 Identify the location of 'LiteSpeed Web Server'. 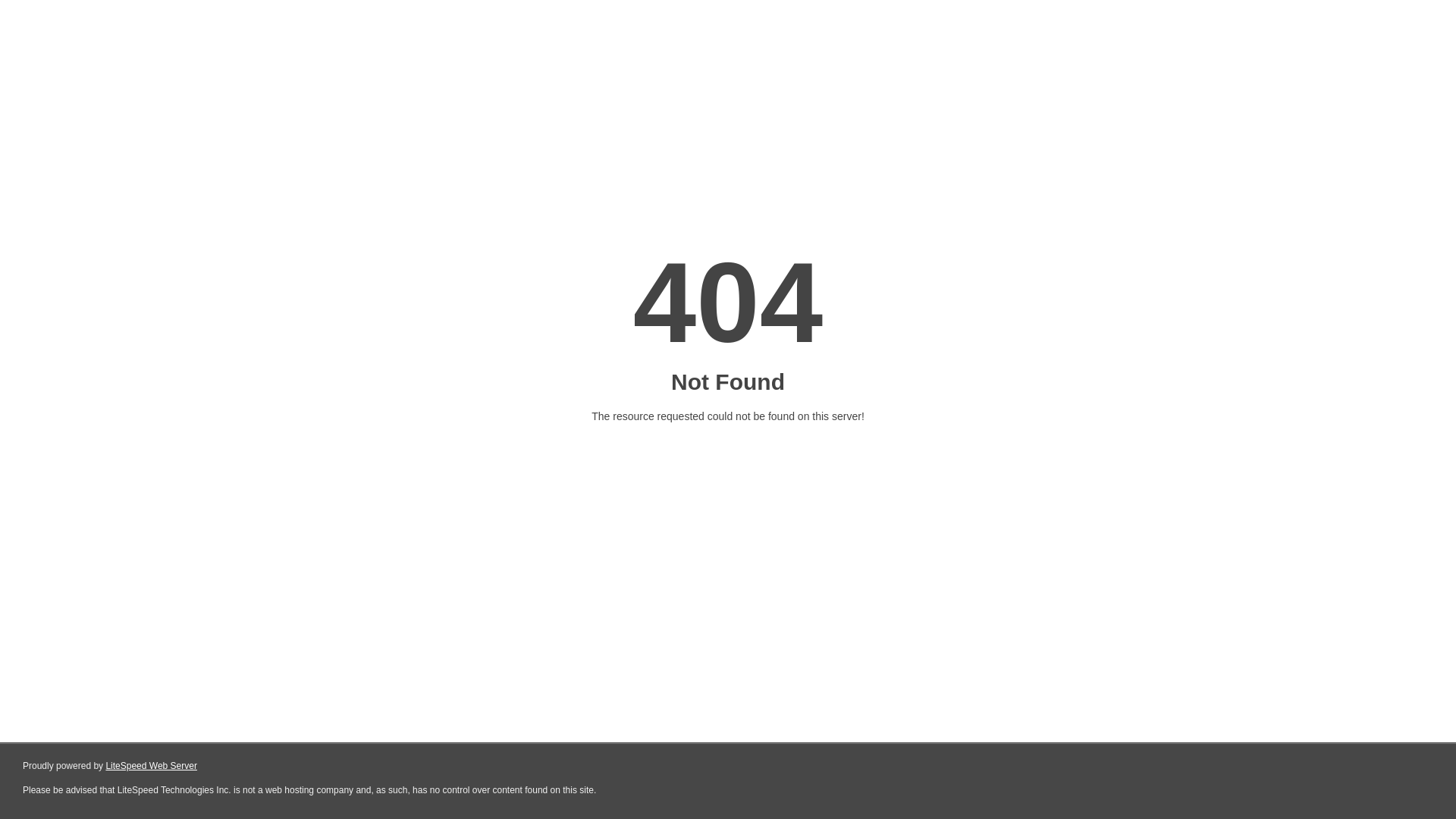
(151, 766).